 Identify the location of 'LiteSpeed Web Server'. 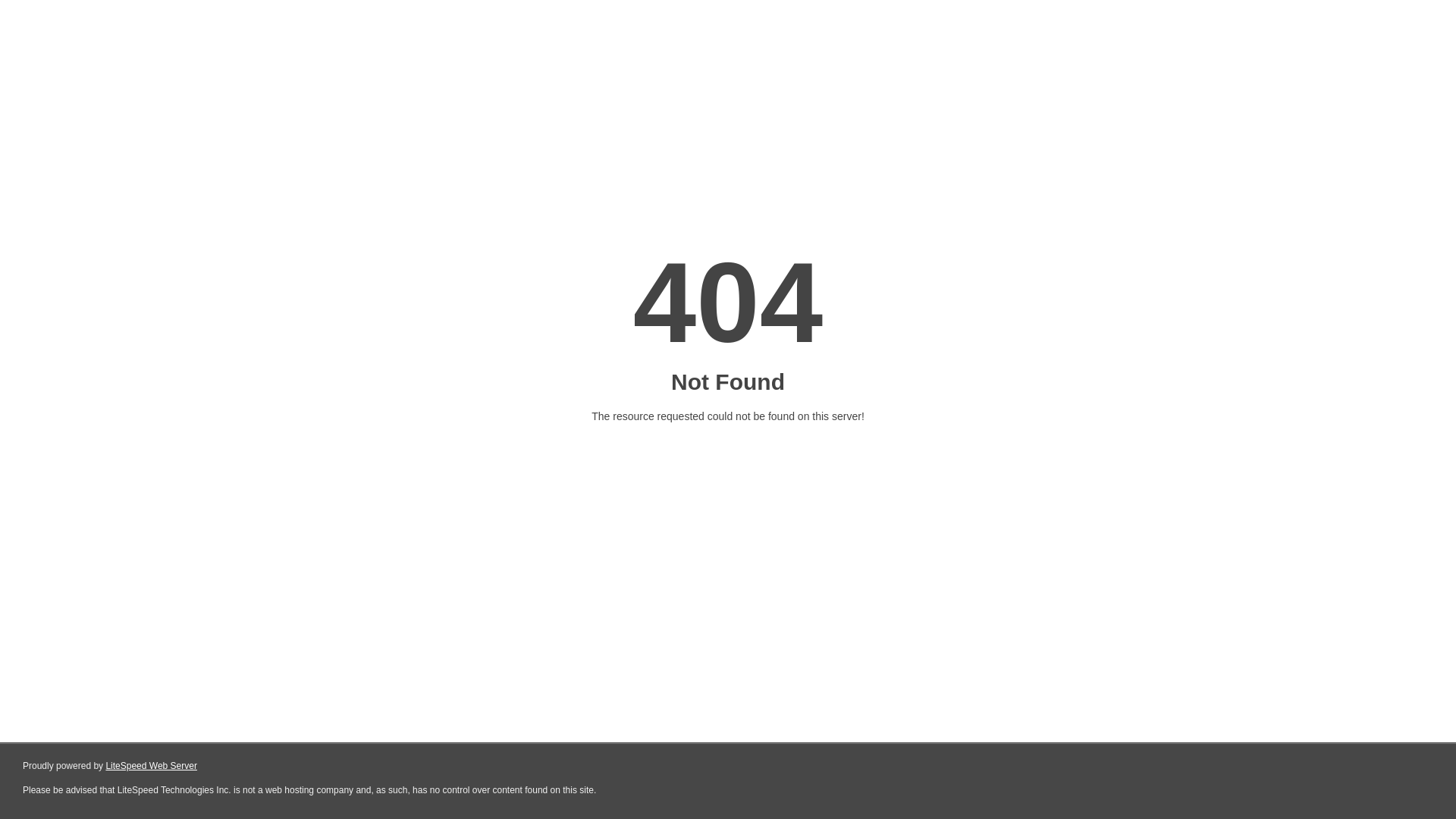
(151, 766).